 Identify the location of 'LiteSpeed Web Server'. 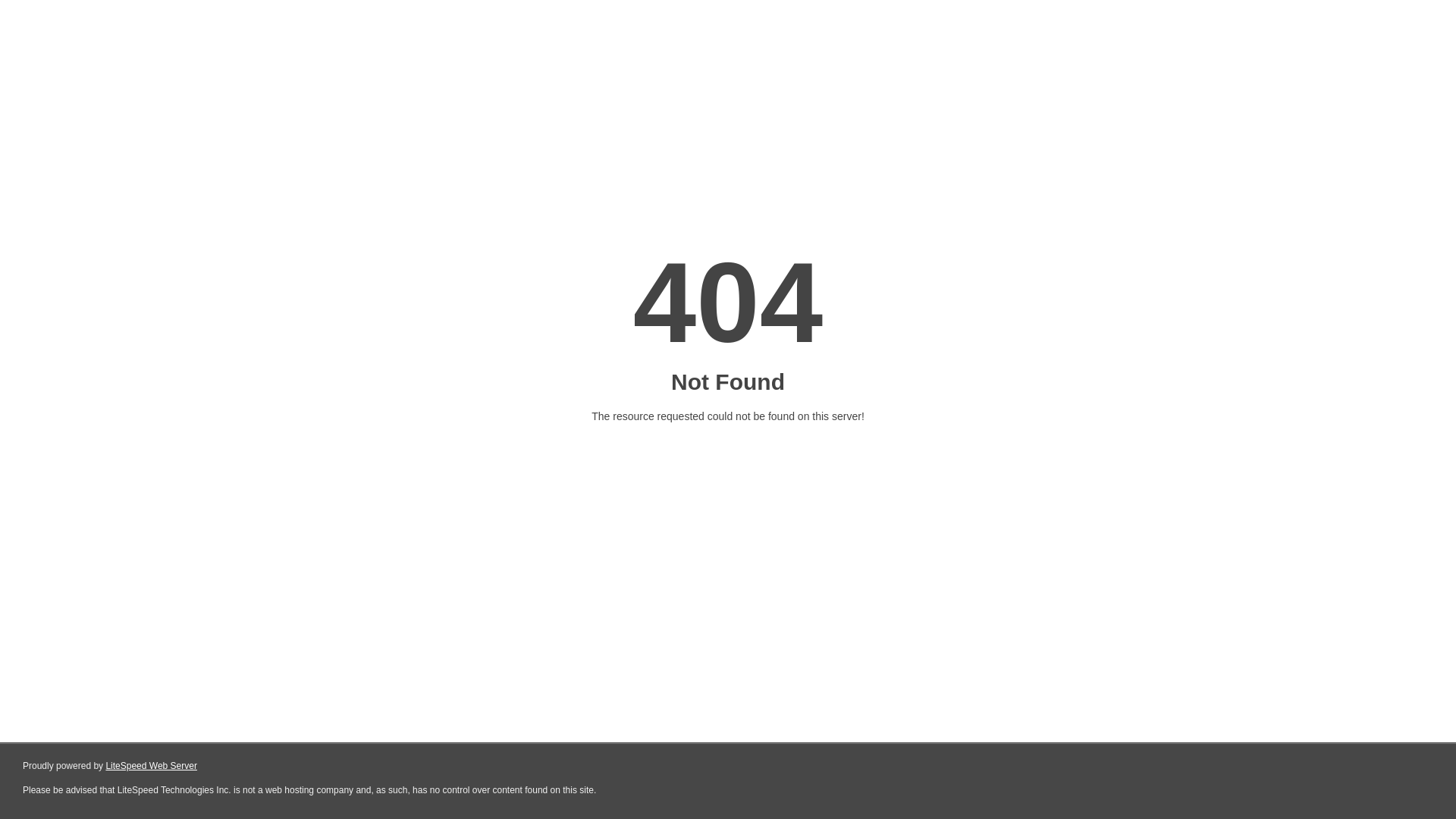
(151, 766).